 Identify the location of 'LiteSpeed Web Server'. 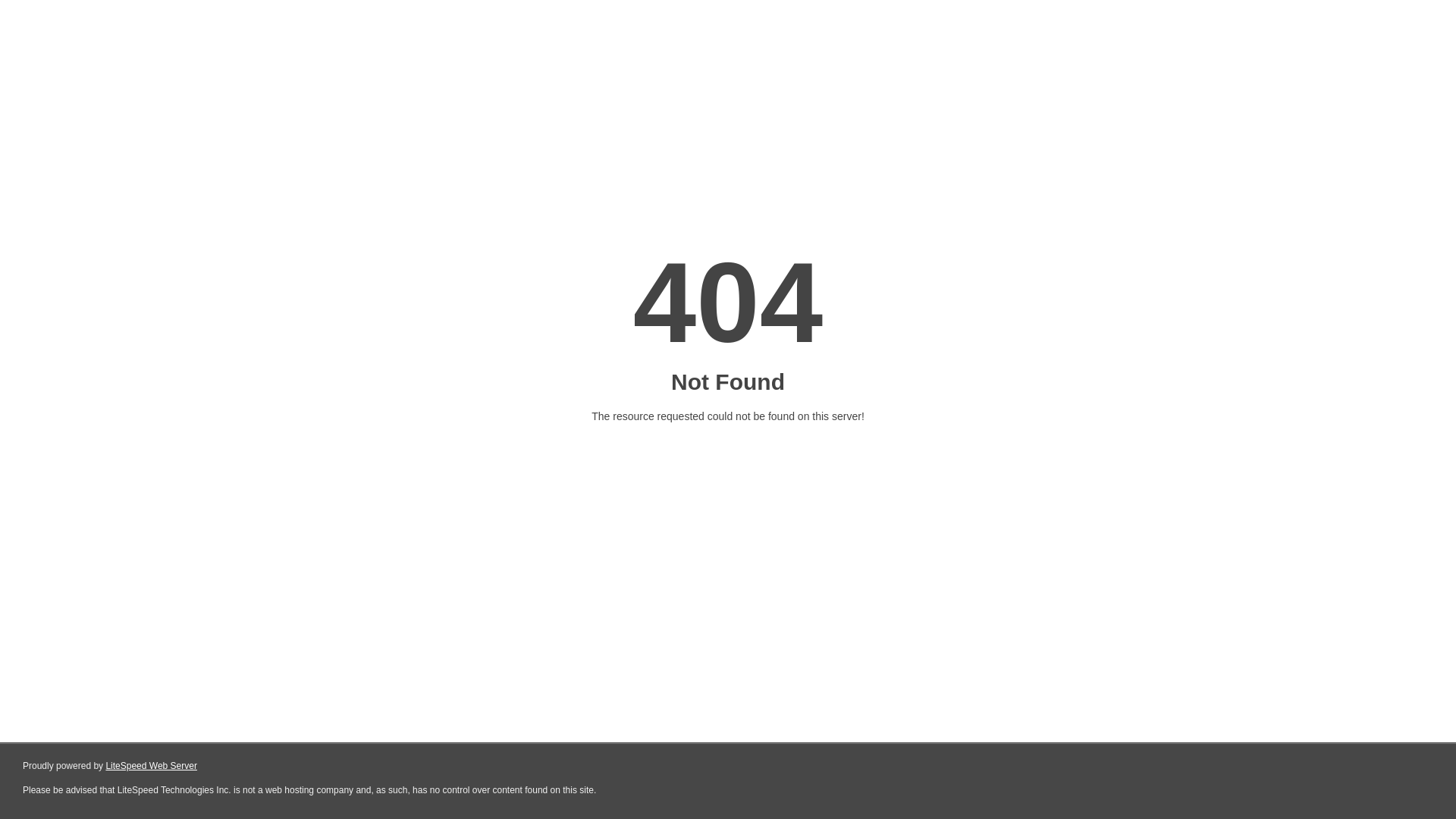
(151, 766).